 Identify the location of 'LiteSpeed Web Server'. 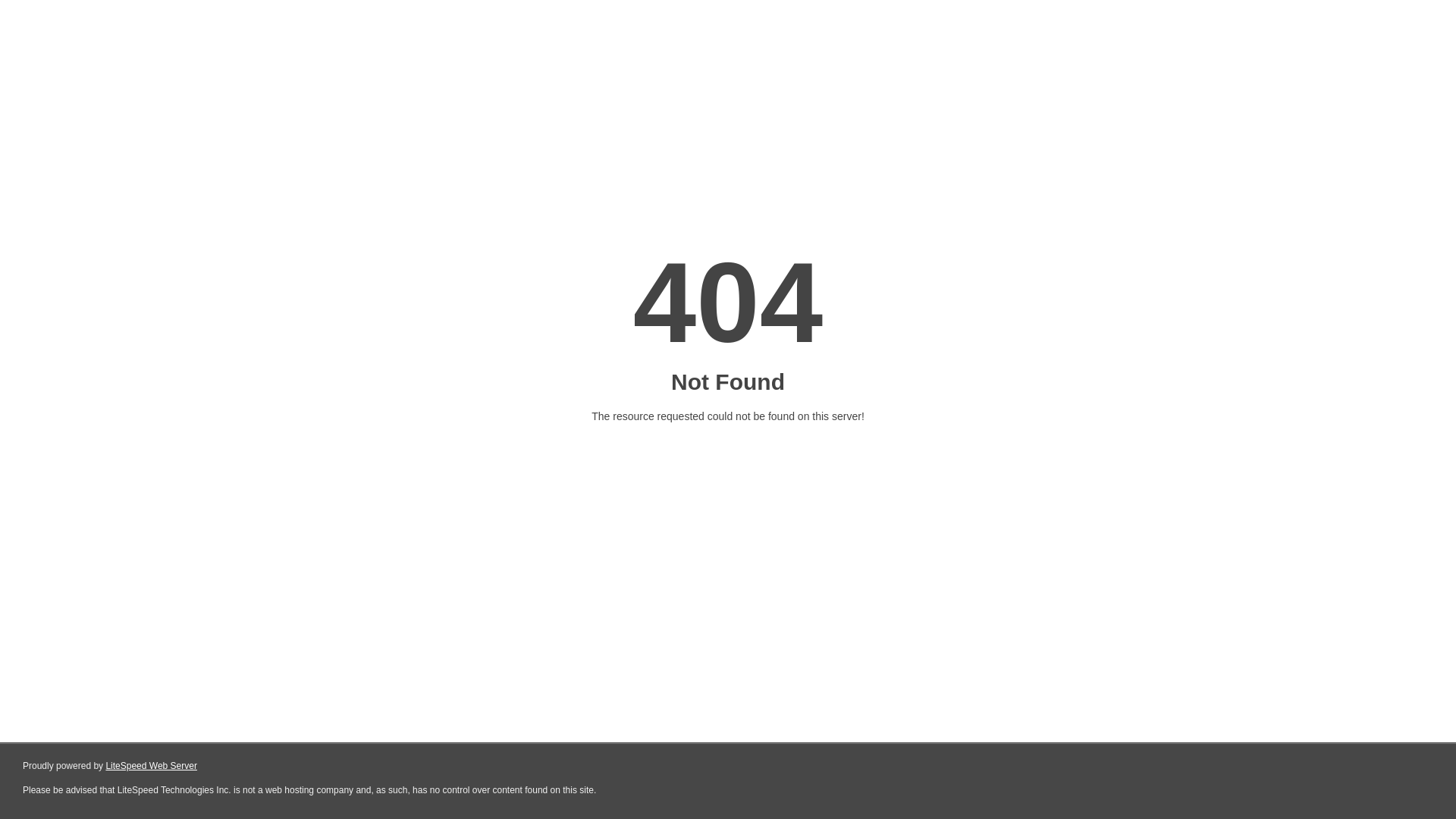
(151, 766).